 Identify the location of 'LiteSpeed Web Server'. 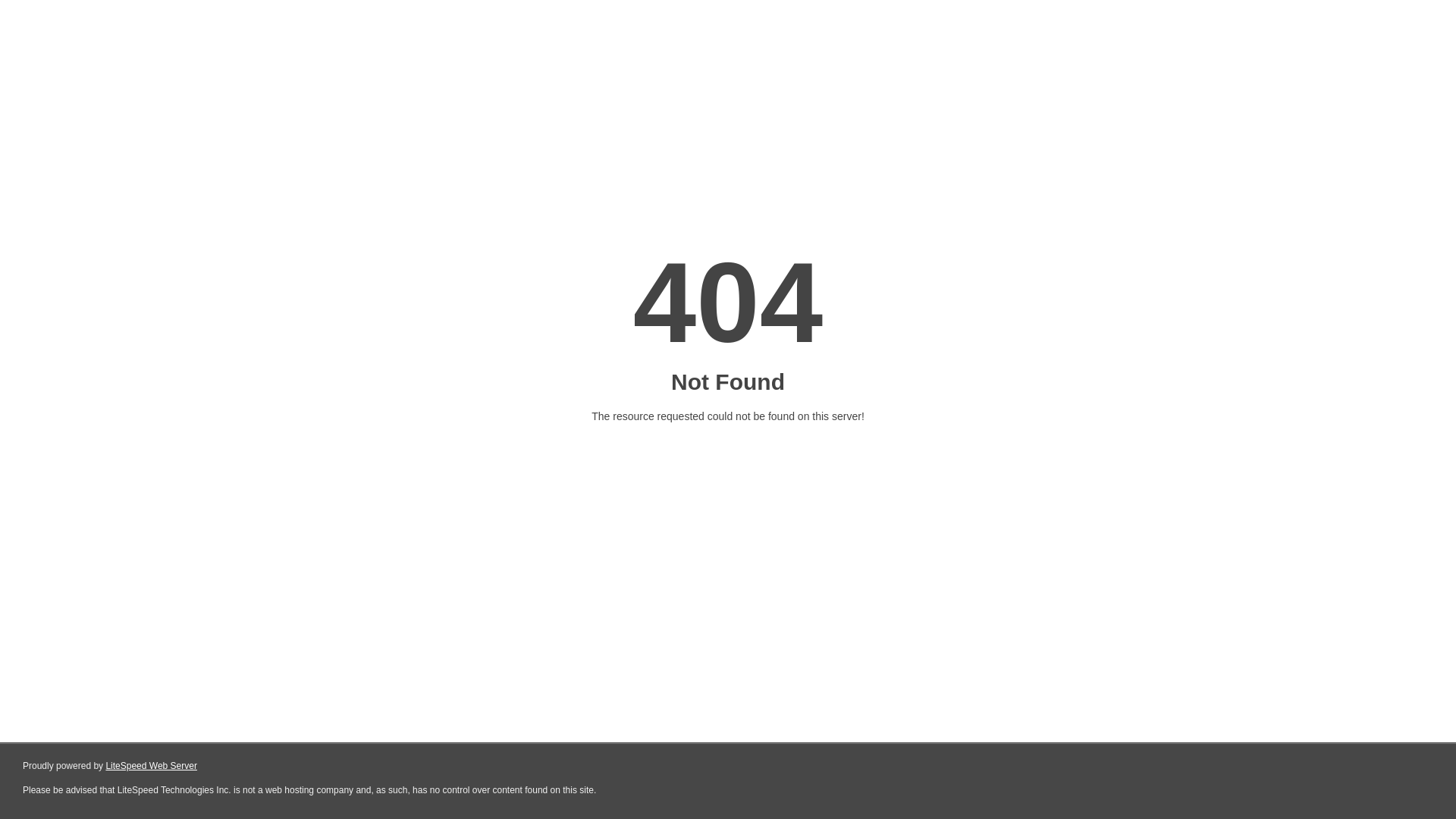
(151, 766).